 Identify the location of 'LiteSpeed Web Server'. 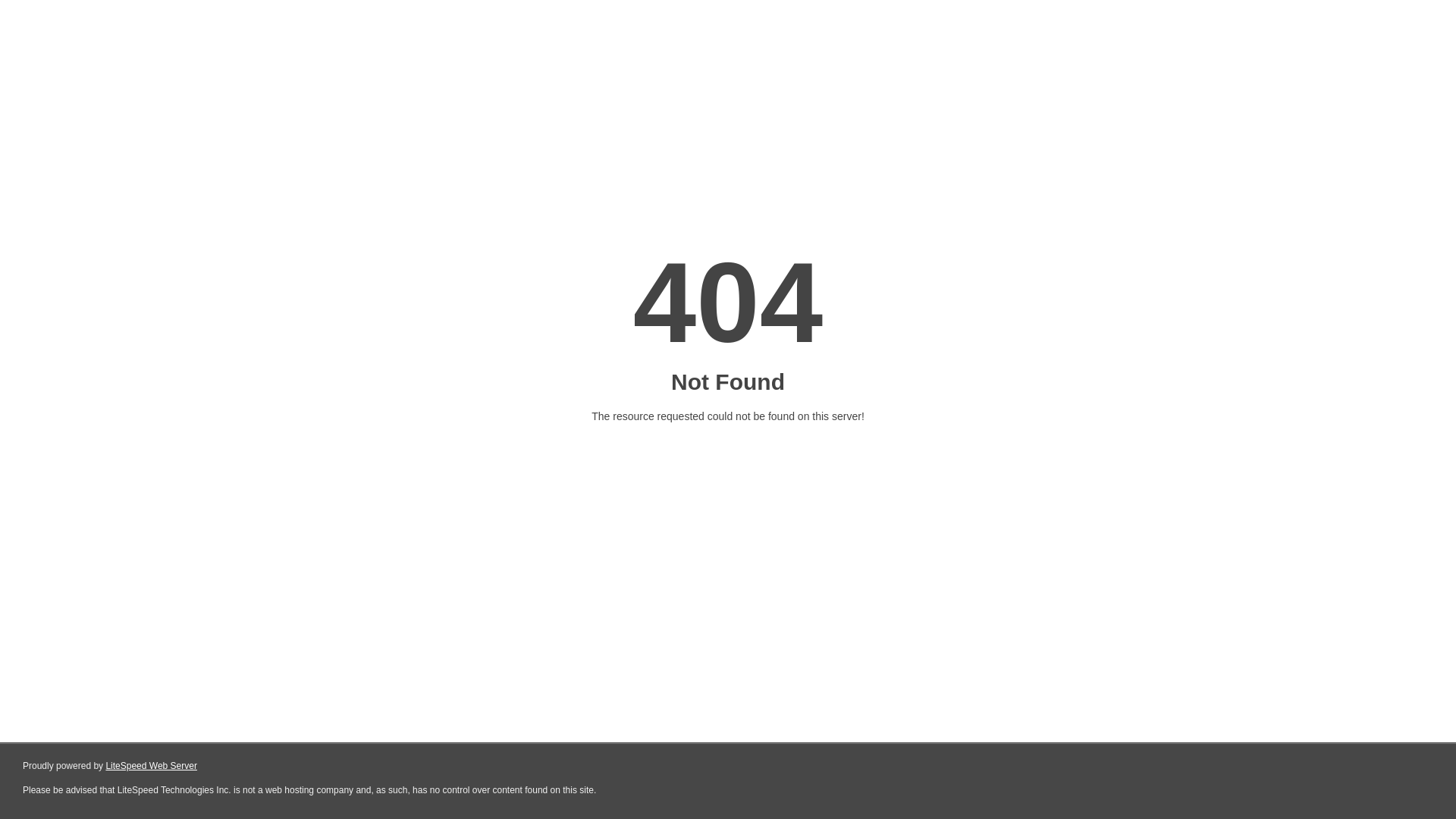
(151, 766).